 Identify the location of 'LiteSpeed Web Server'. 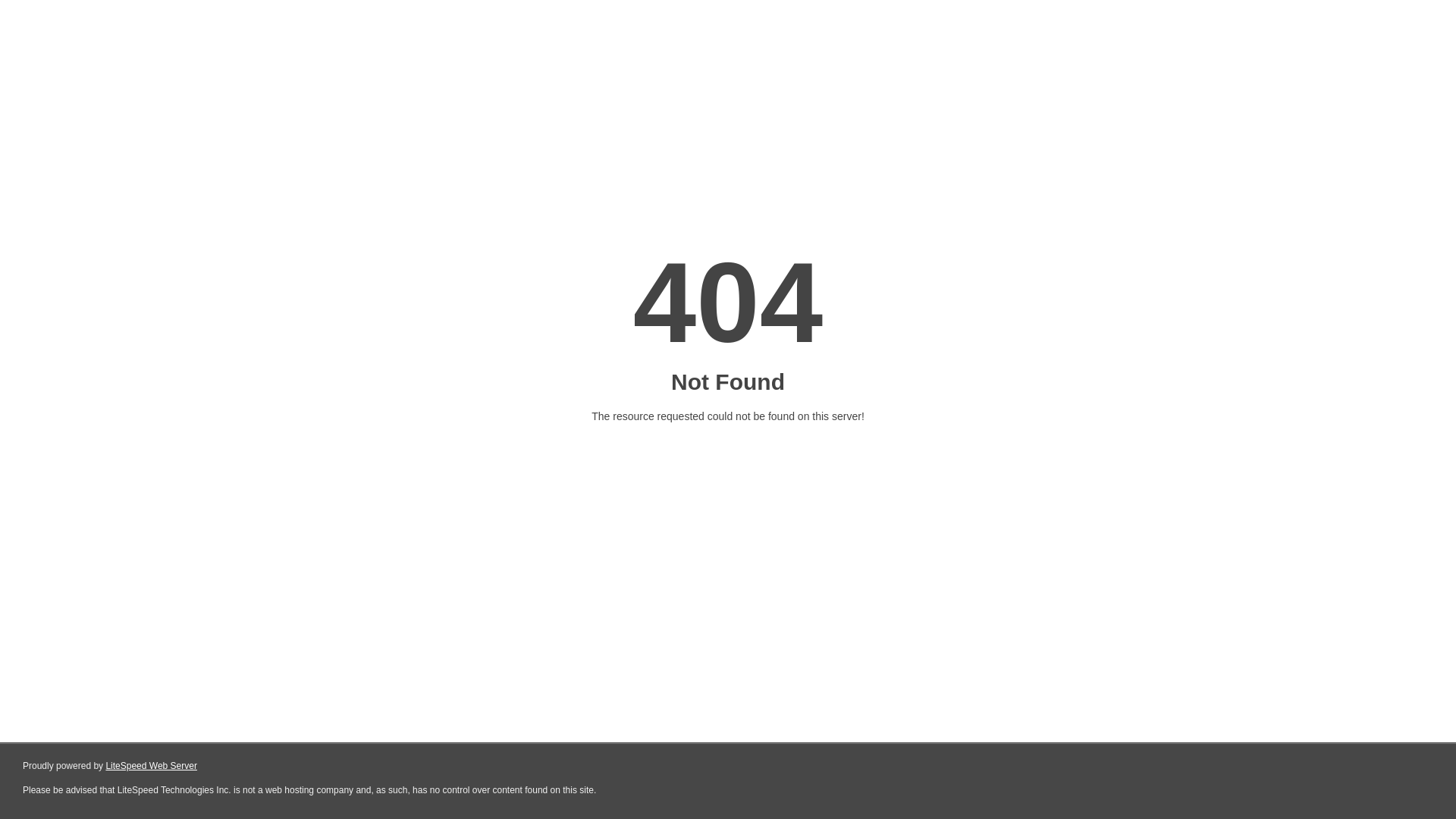
(151, 766).